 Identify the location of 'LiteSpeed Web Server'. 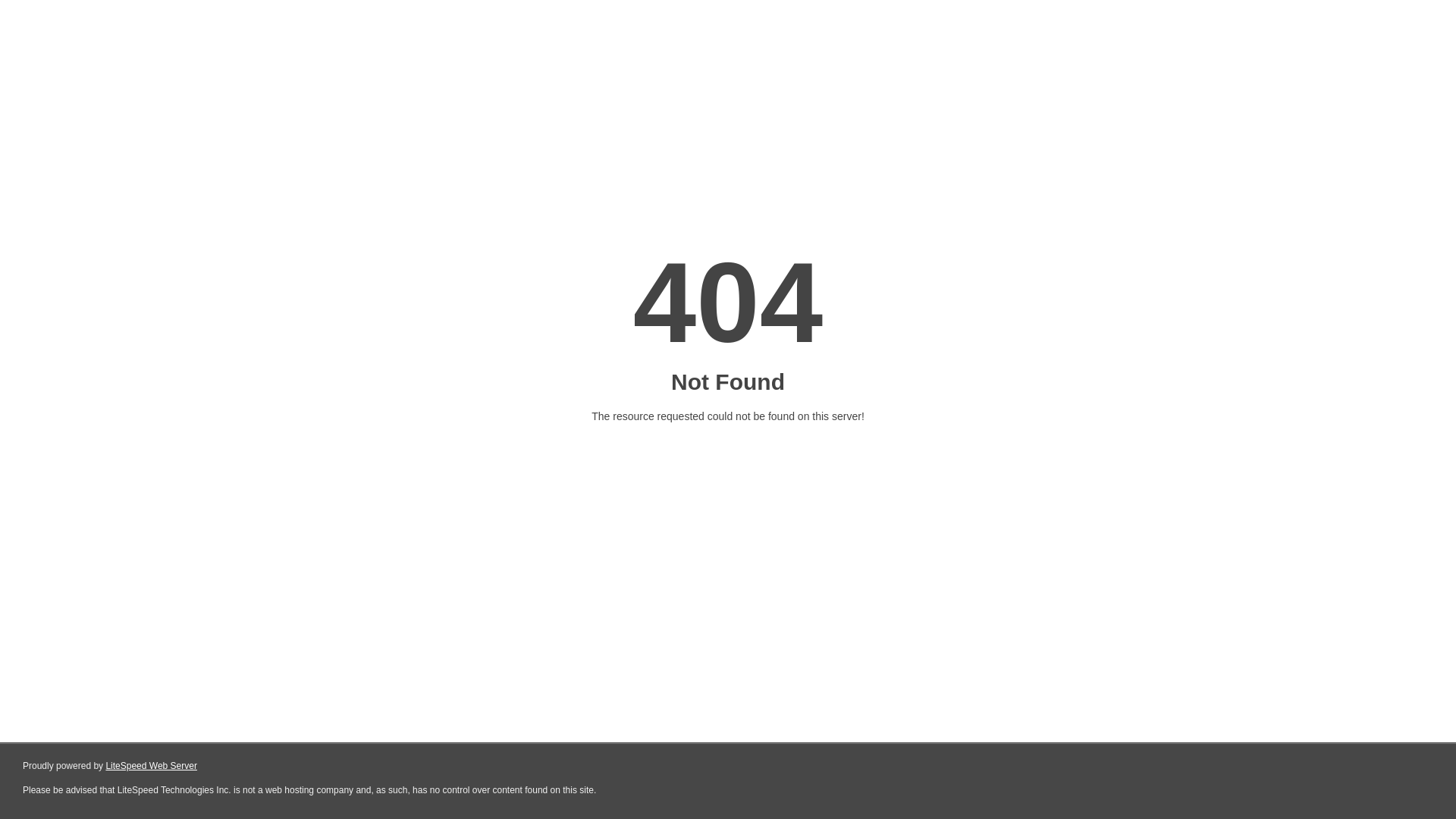
(151, 766).